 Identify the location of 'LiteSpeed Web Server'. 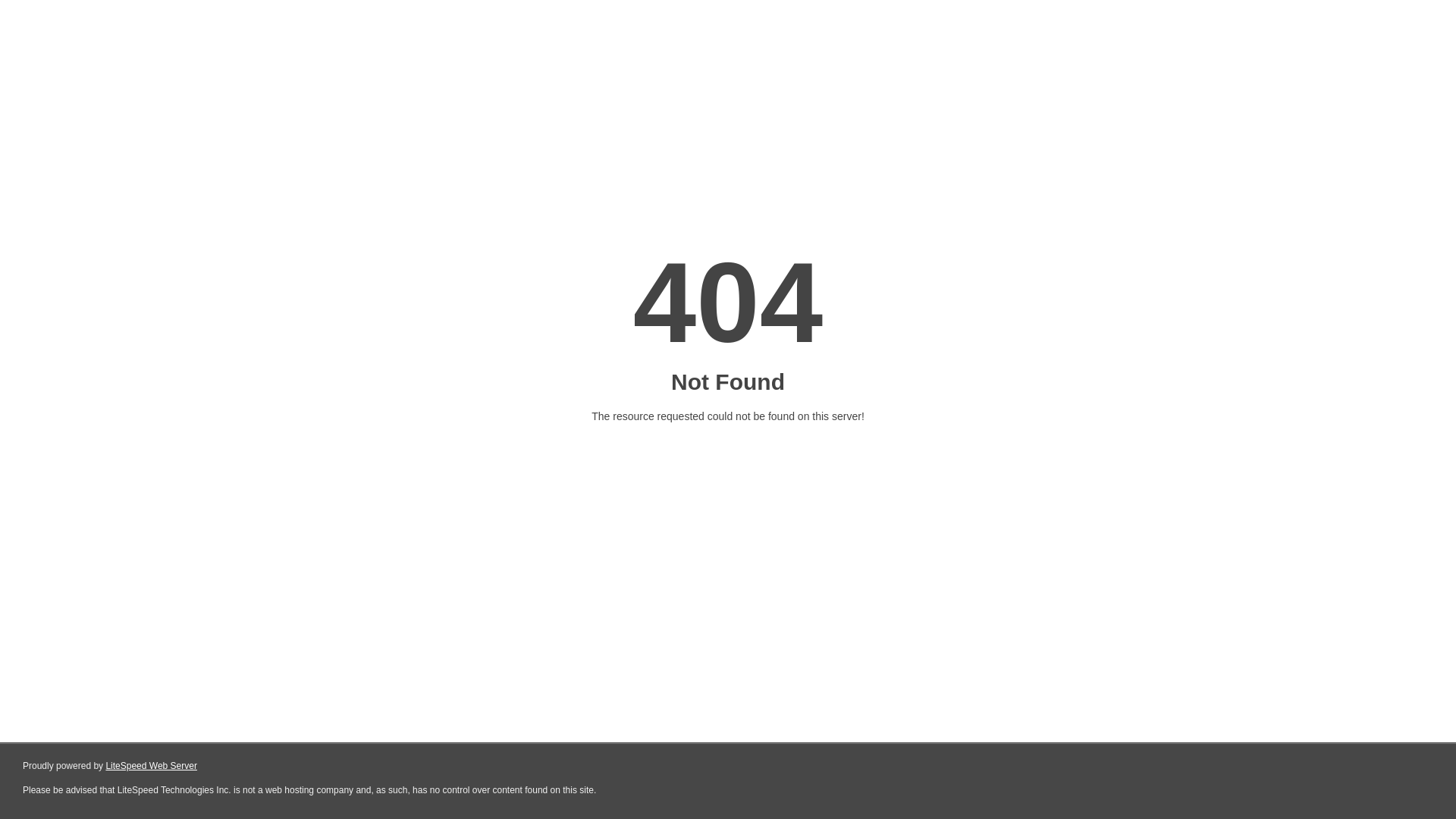
(151, 766).